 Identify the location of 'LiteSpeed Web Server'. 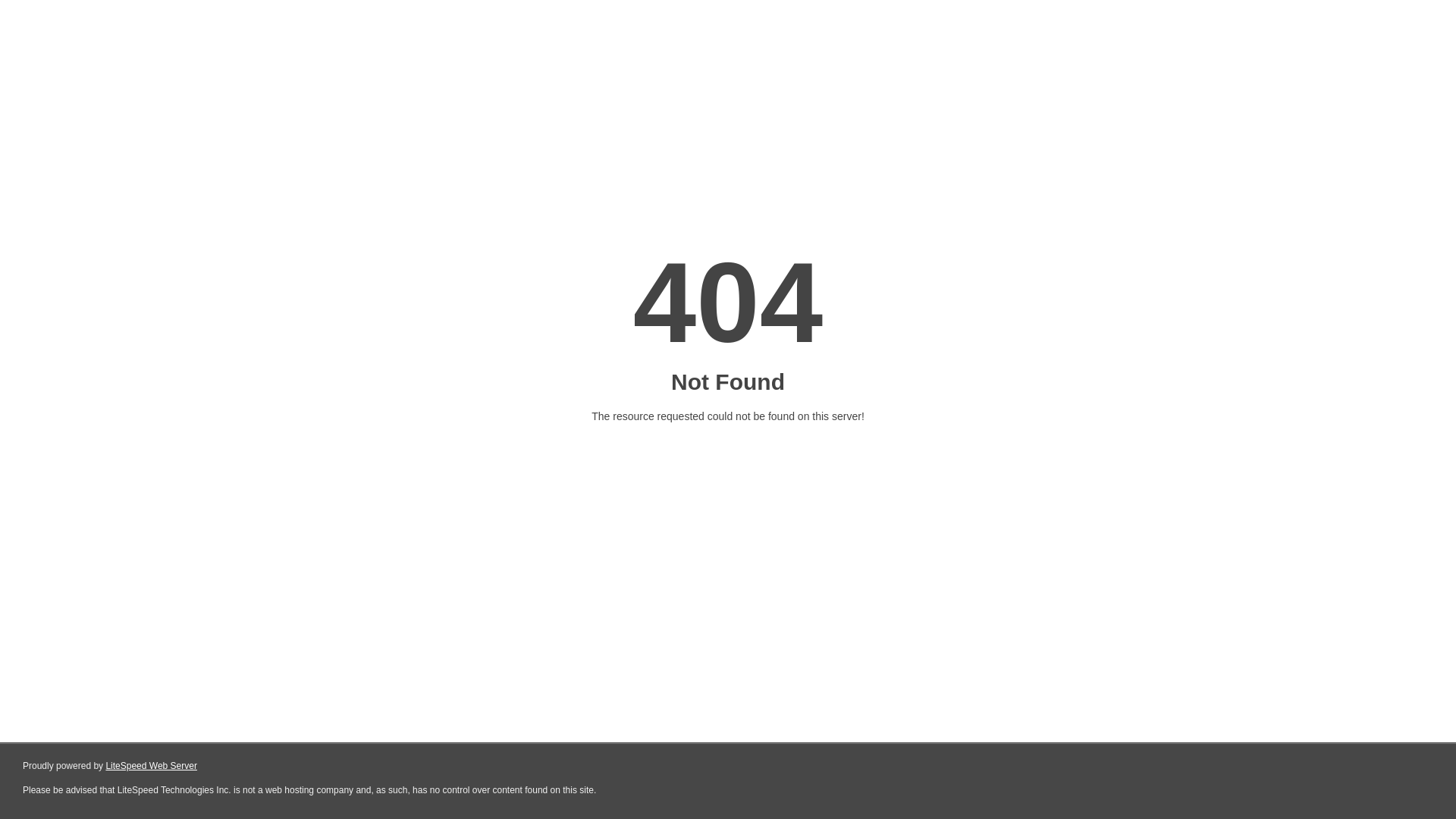
(151, 766).